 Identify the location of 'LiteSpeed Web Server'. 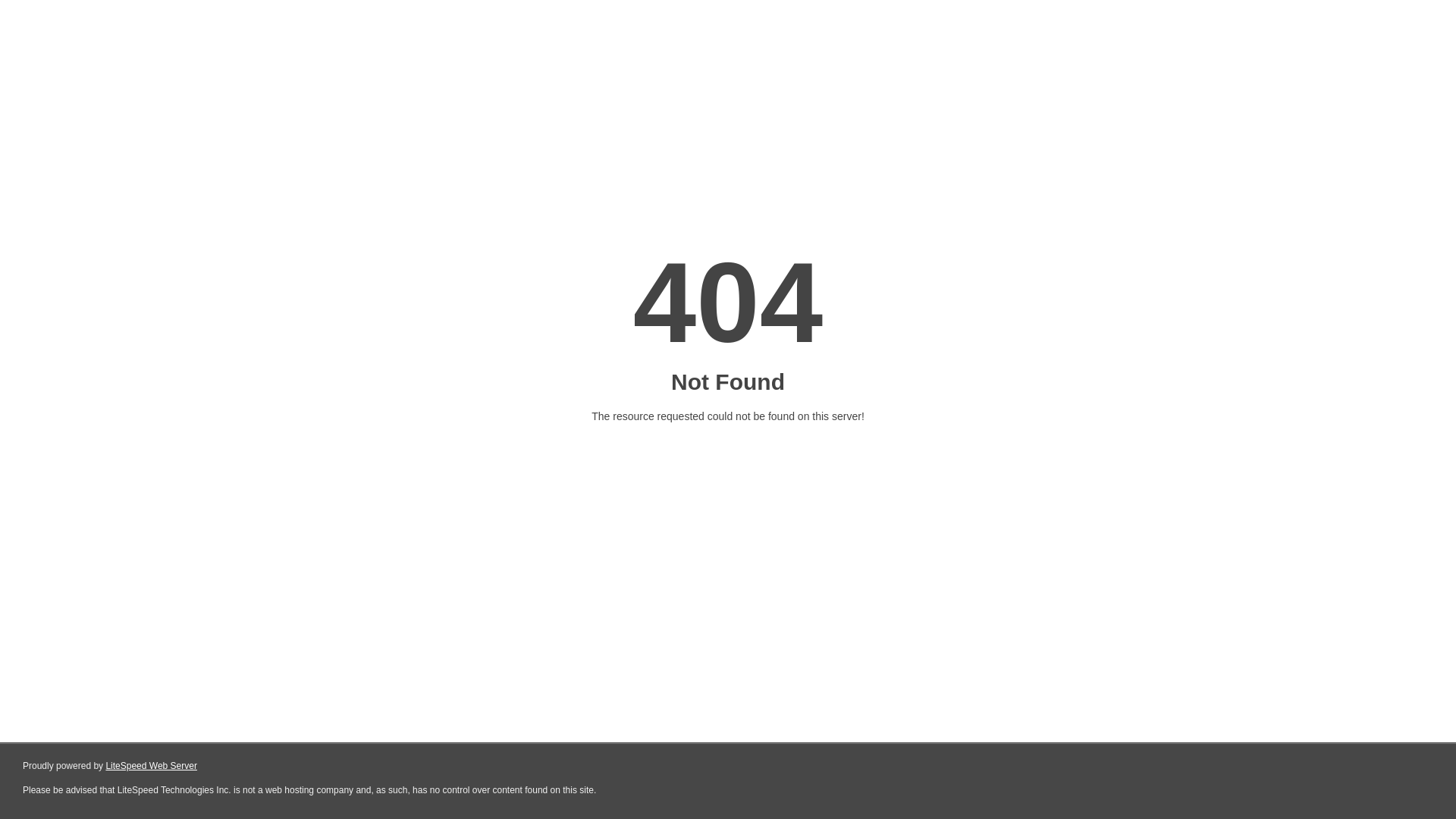
(151, 766).